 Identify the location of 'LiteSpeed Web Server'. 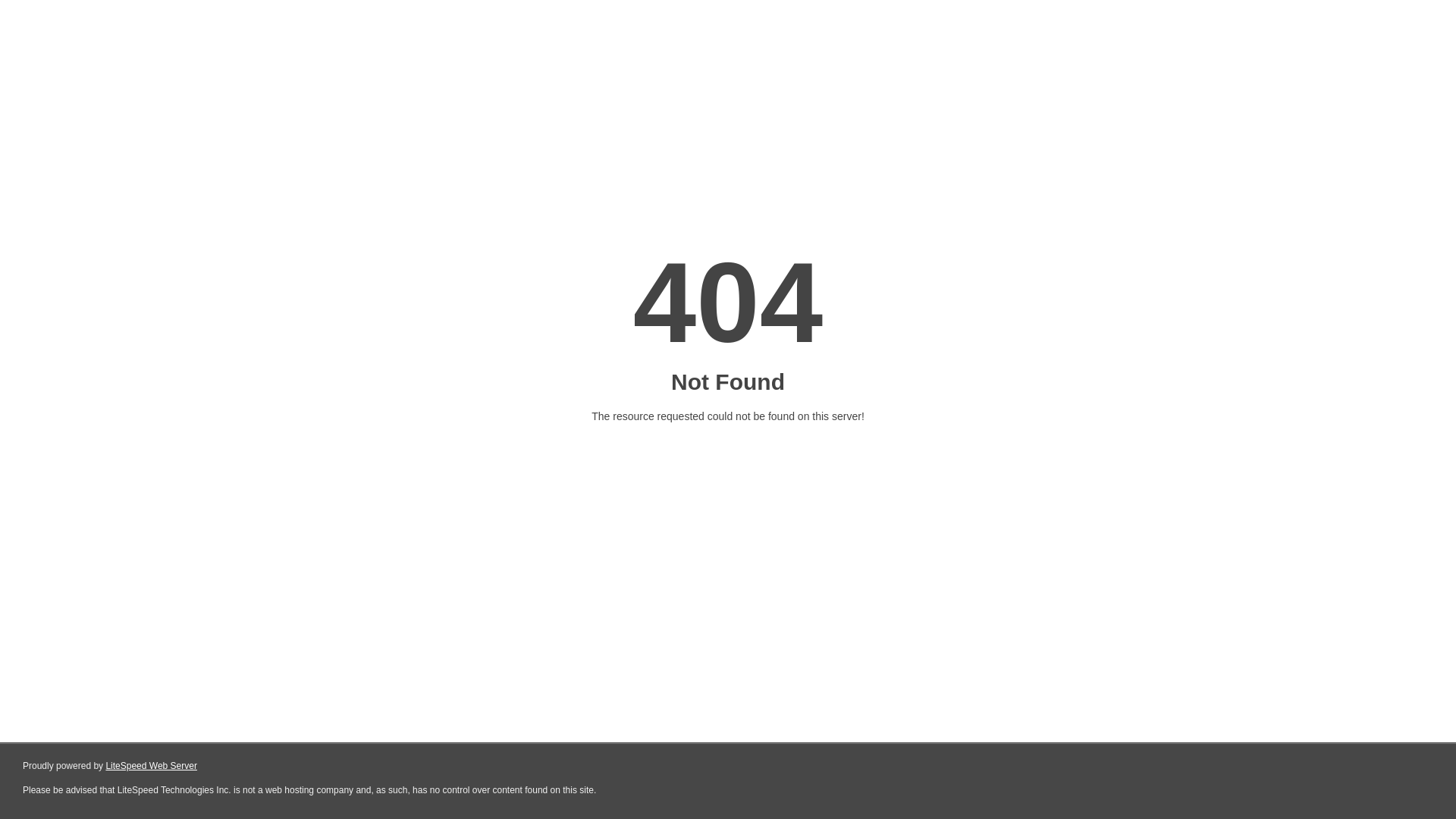
(151, 766).